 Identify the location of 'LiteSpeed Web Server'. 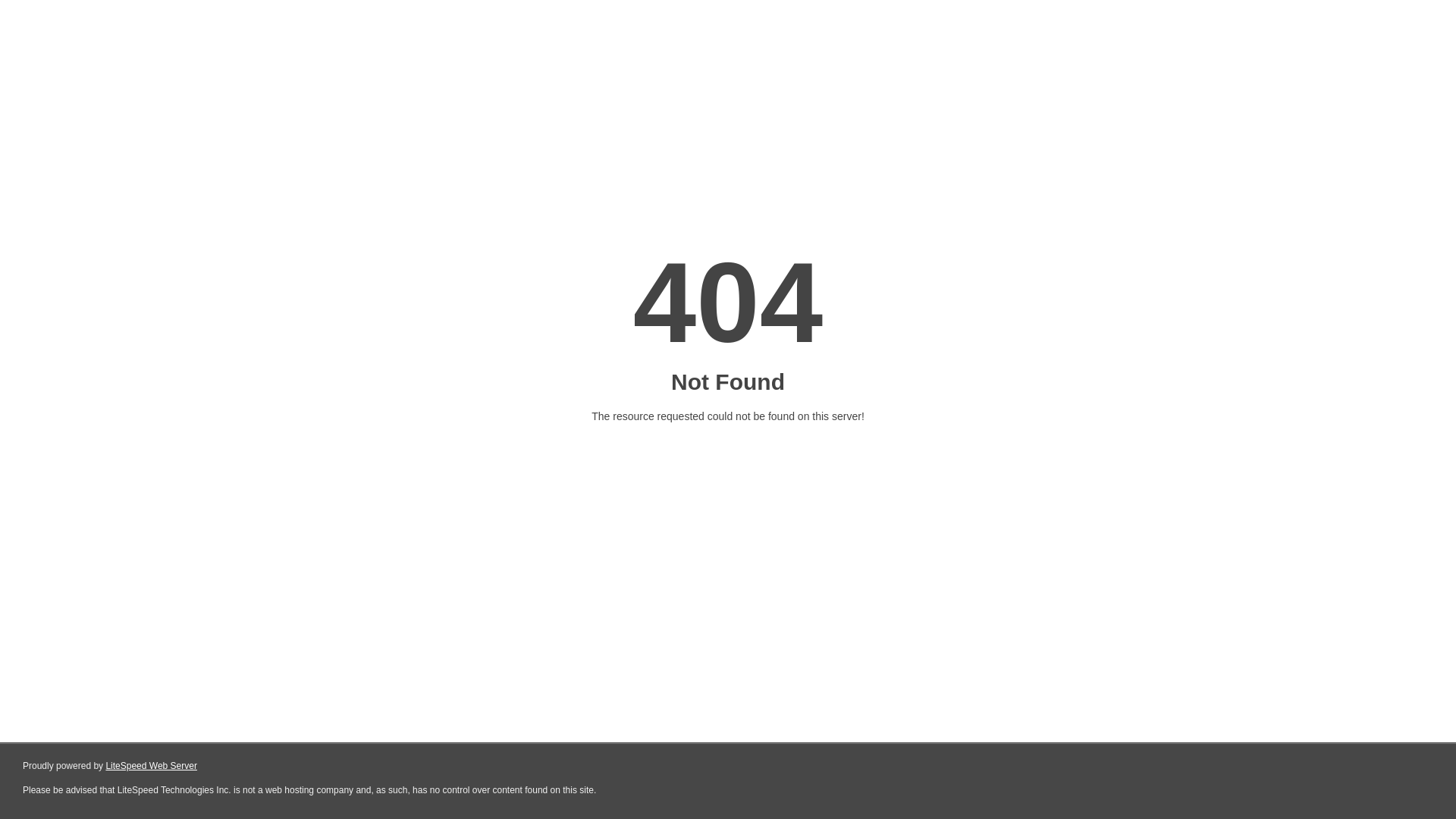
(151, 766).